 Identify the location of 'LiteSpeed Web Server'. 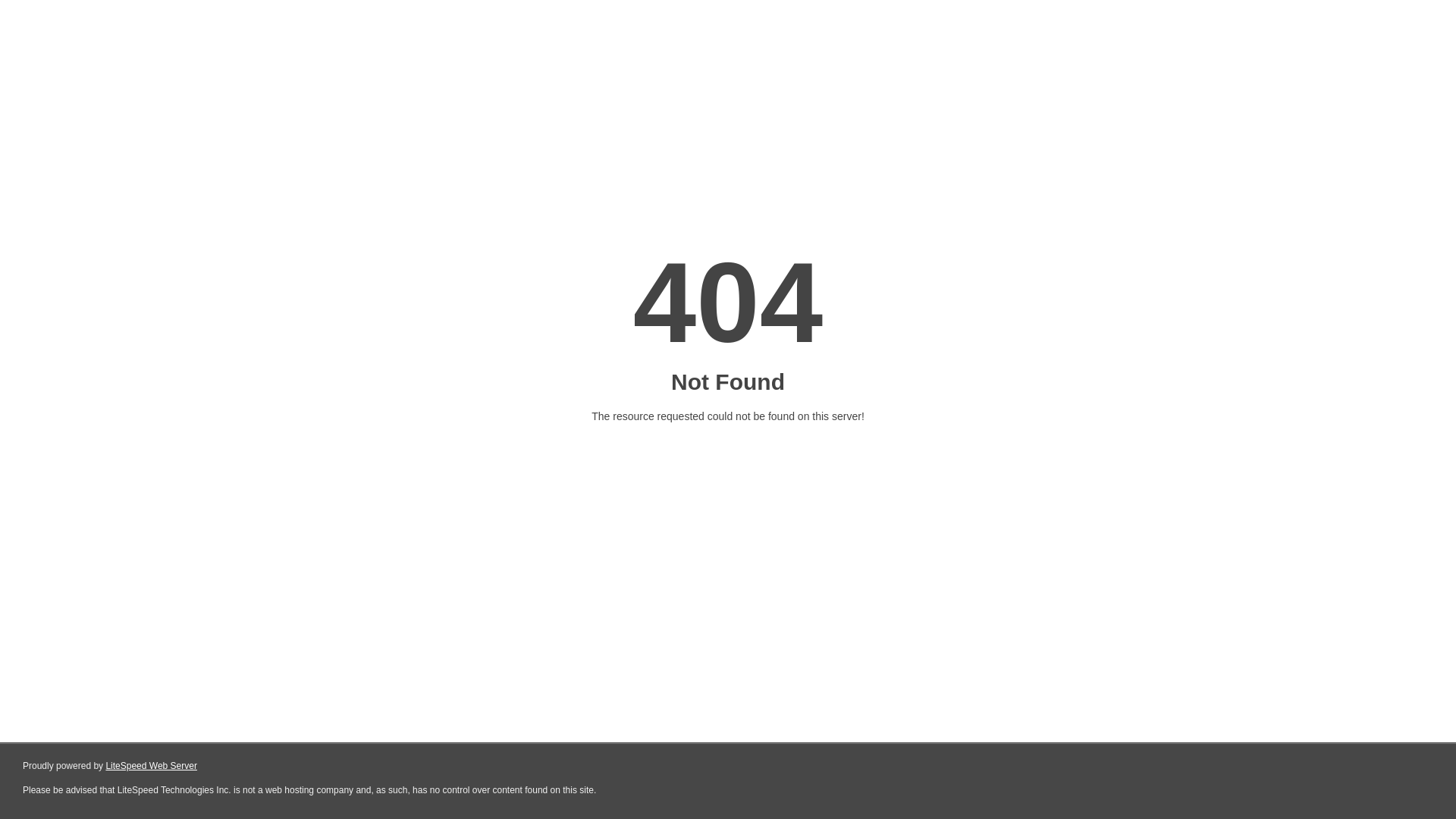
(151, 766).